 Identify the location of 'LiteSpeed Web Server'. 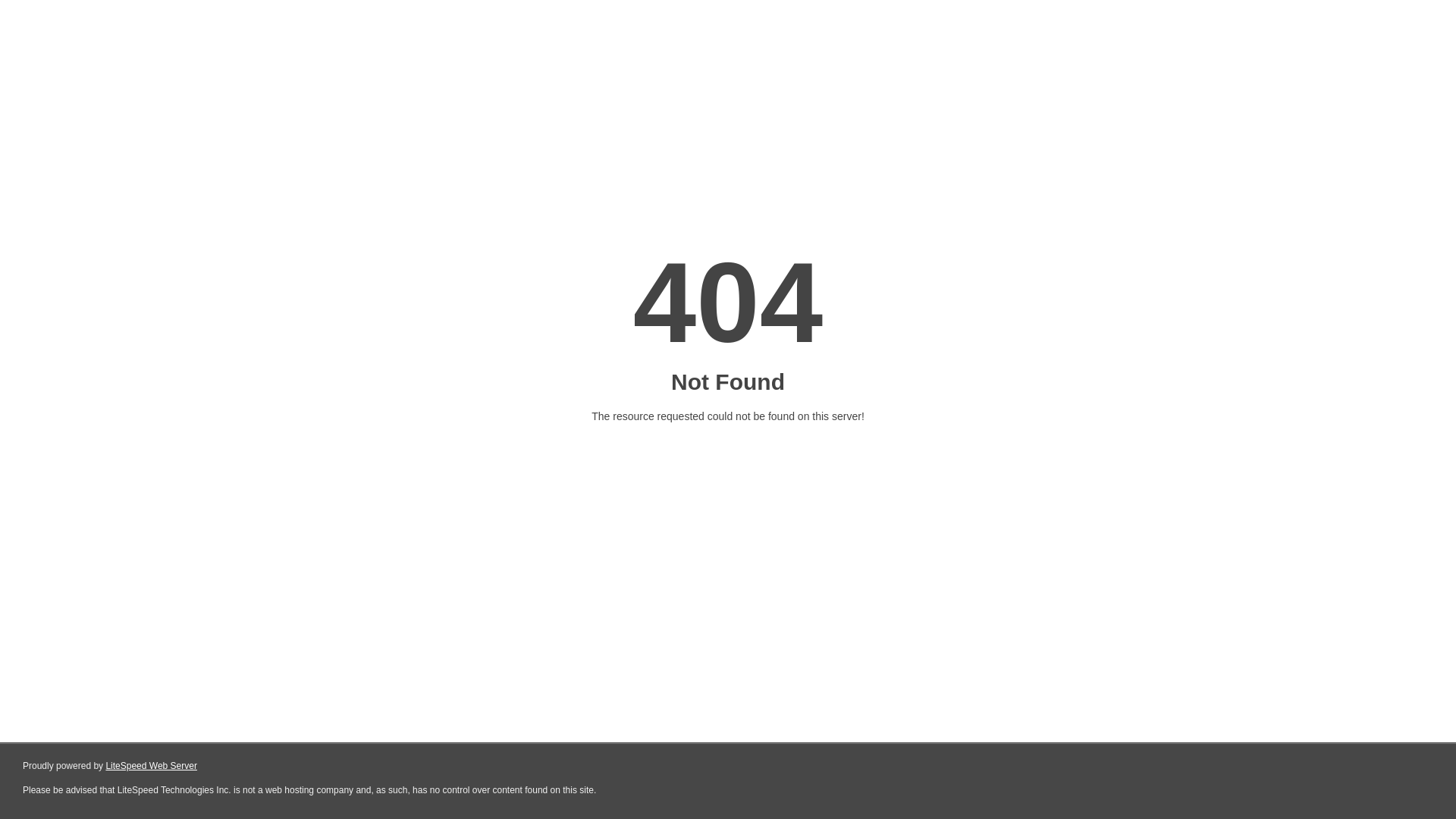
(151, 766).